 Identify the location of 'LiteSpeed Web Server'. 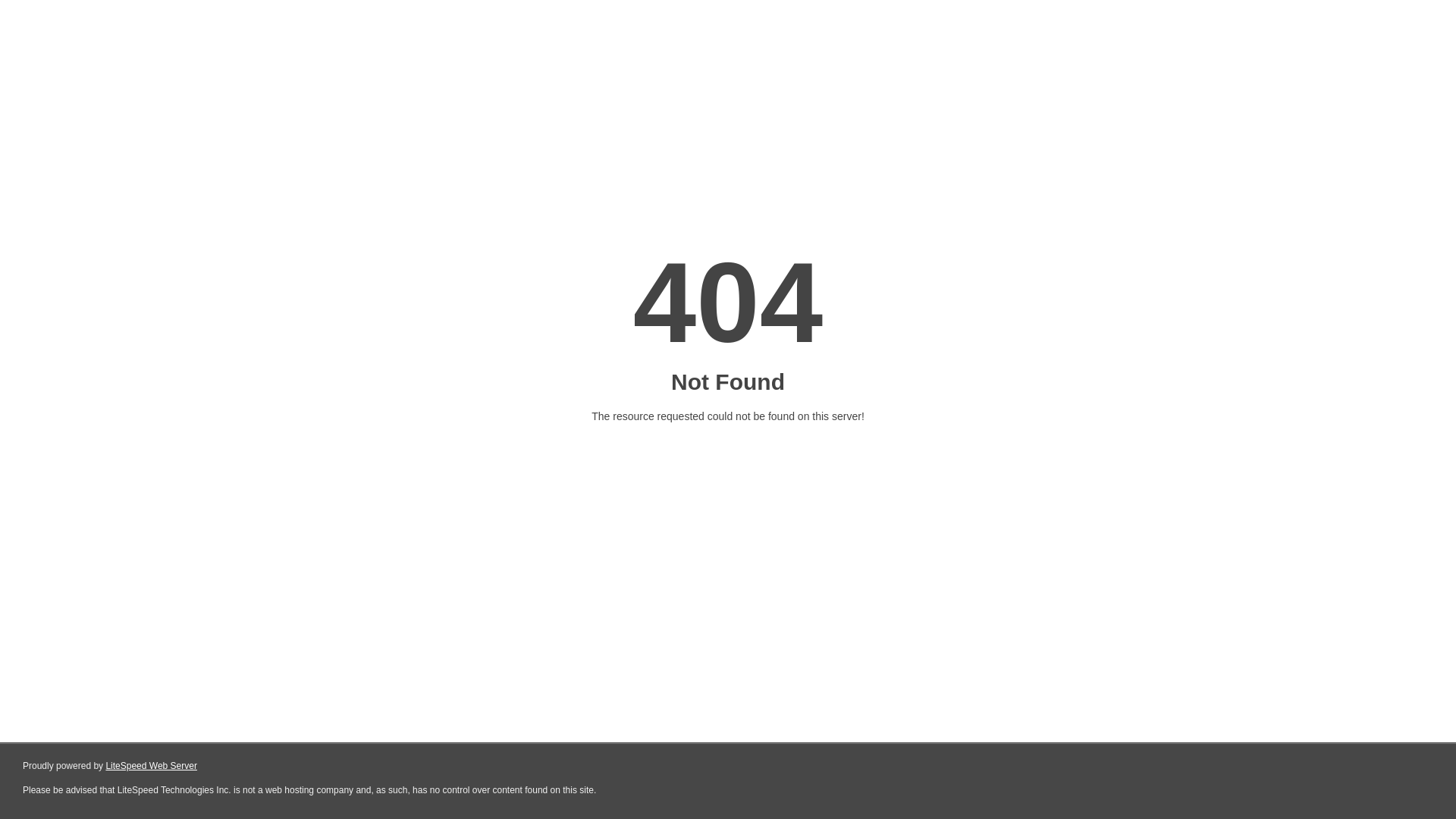
(151, 766).